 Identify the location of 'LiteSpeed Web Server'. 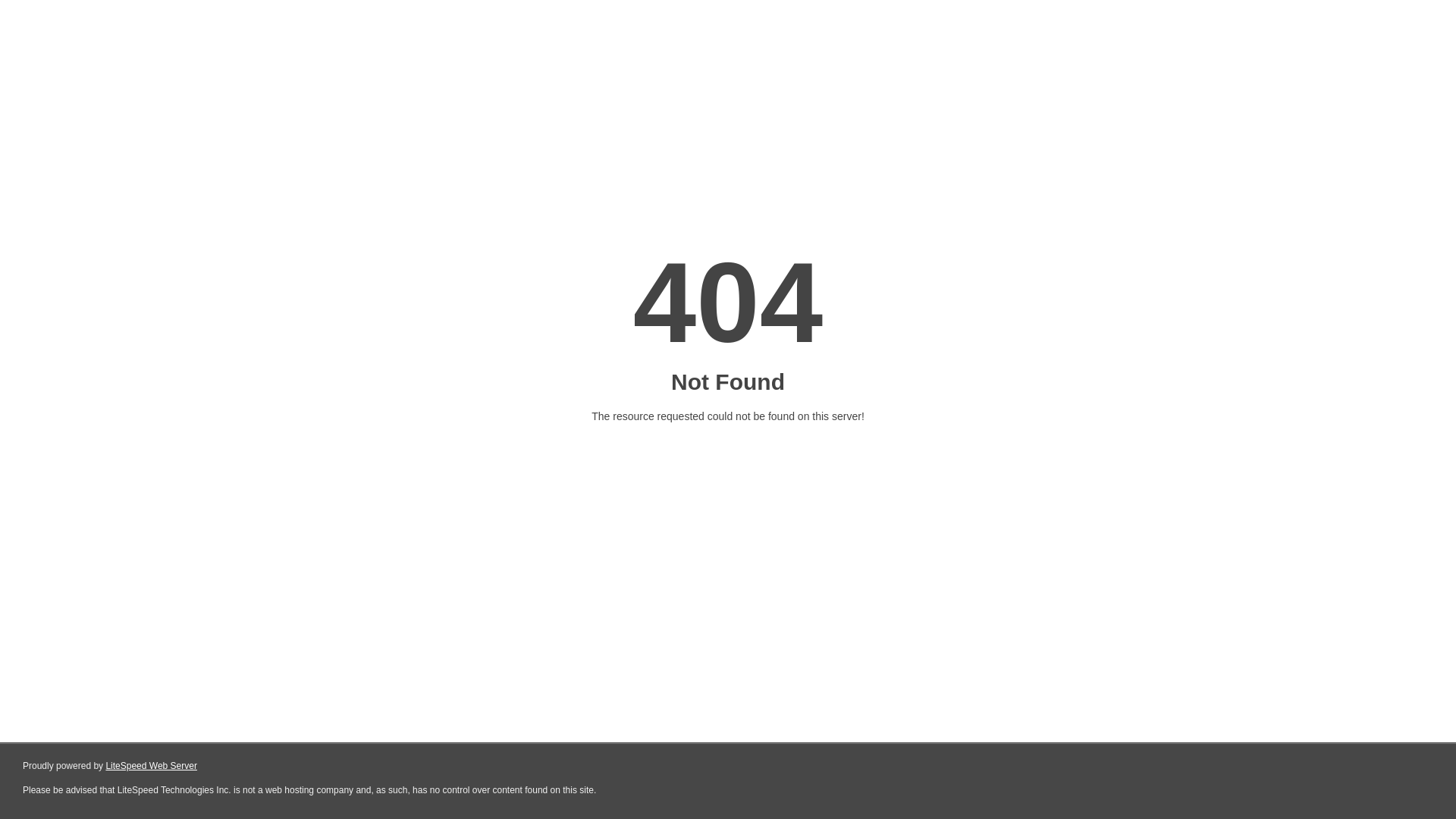
(151, 766).